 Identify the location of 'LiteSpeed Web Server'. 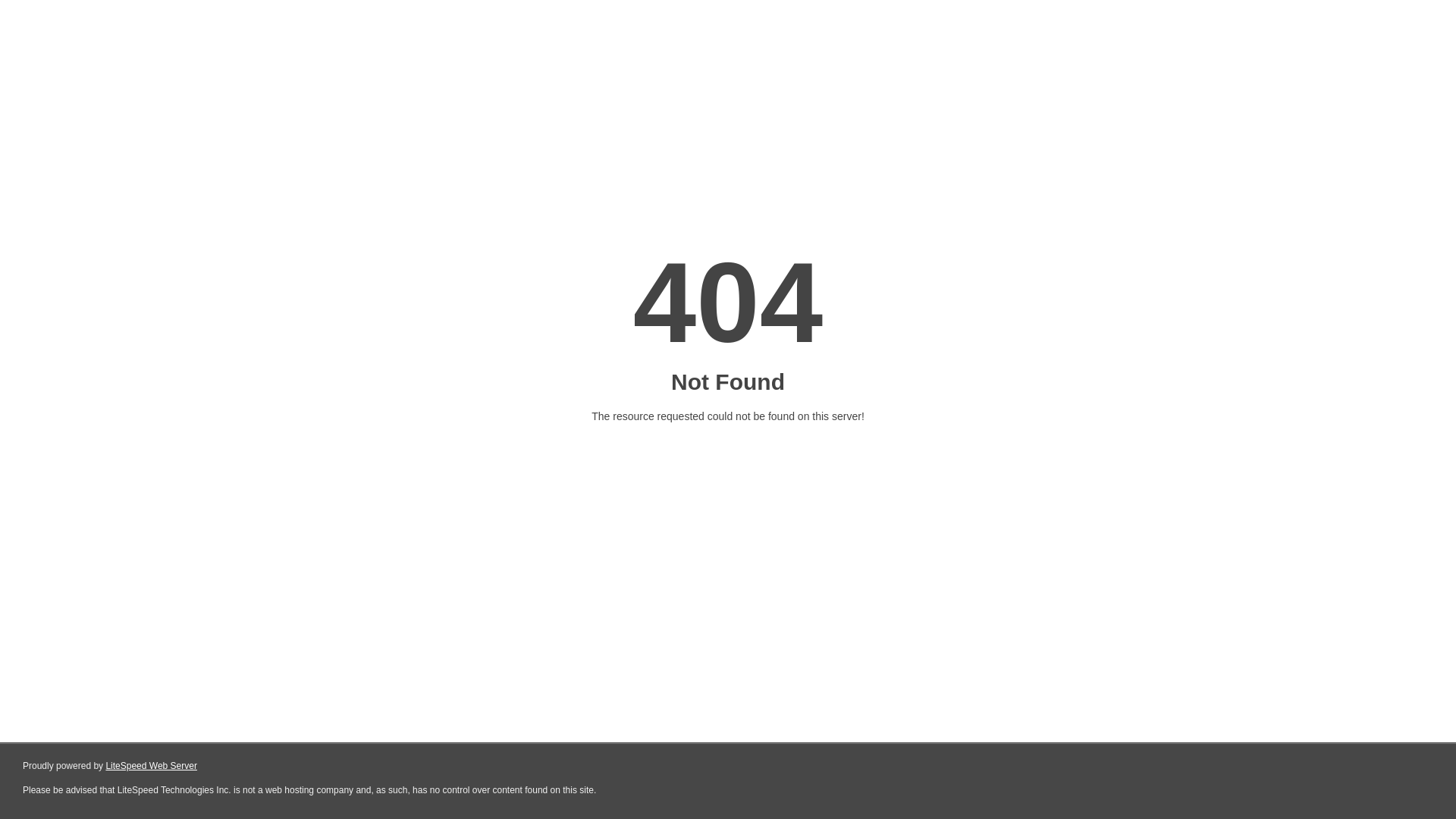
(151, 766).